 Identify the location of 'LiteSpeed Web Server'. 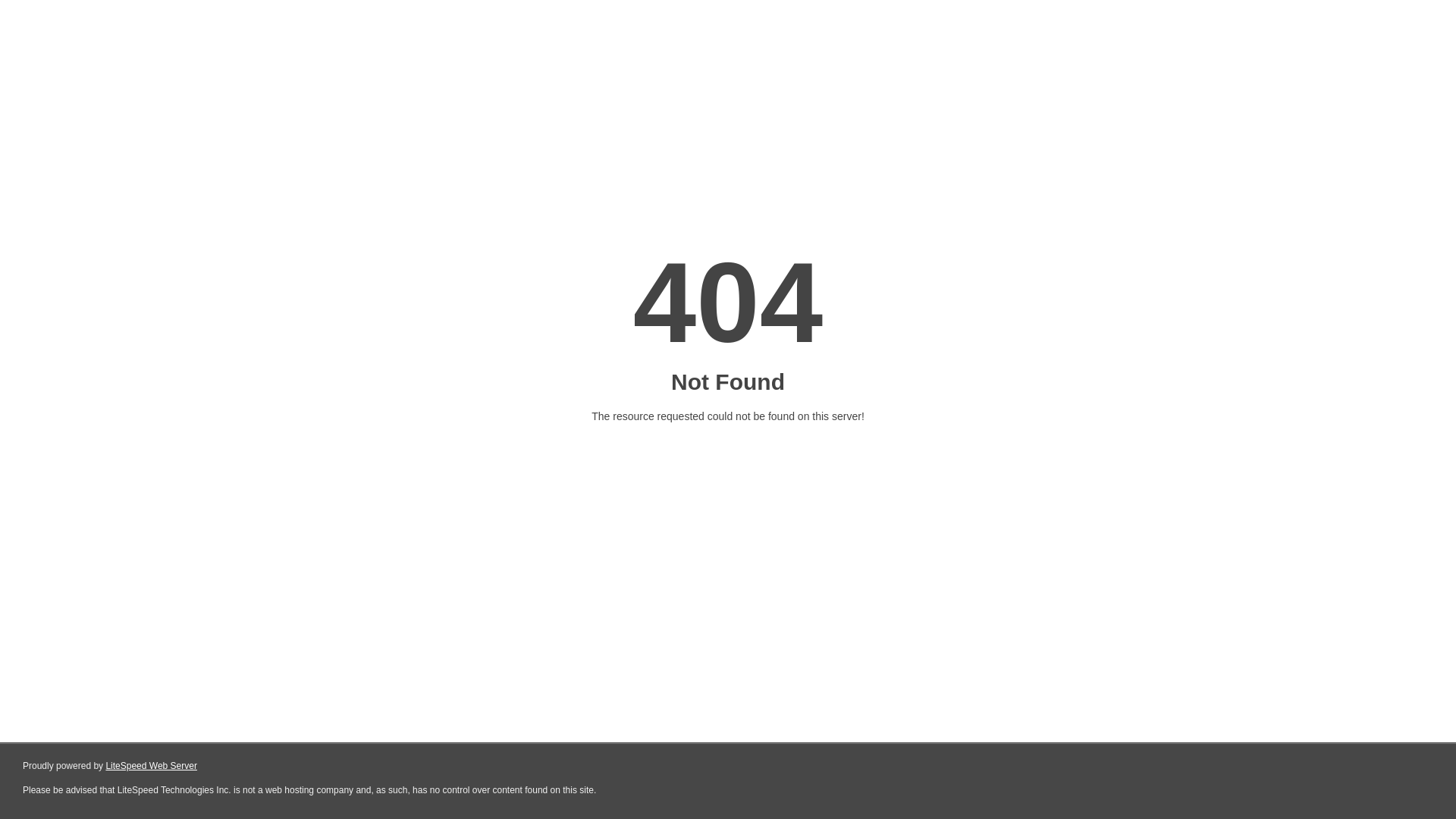
(151, 766).